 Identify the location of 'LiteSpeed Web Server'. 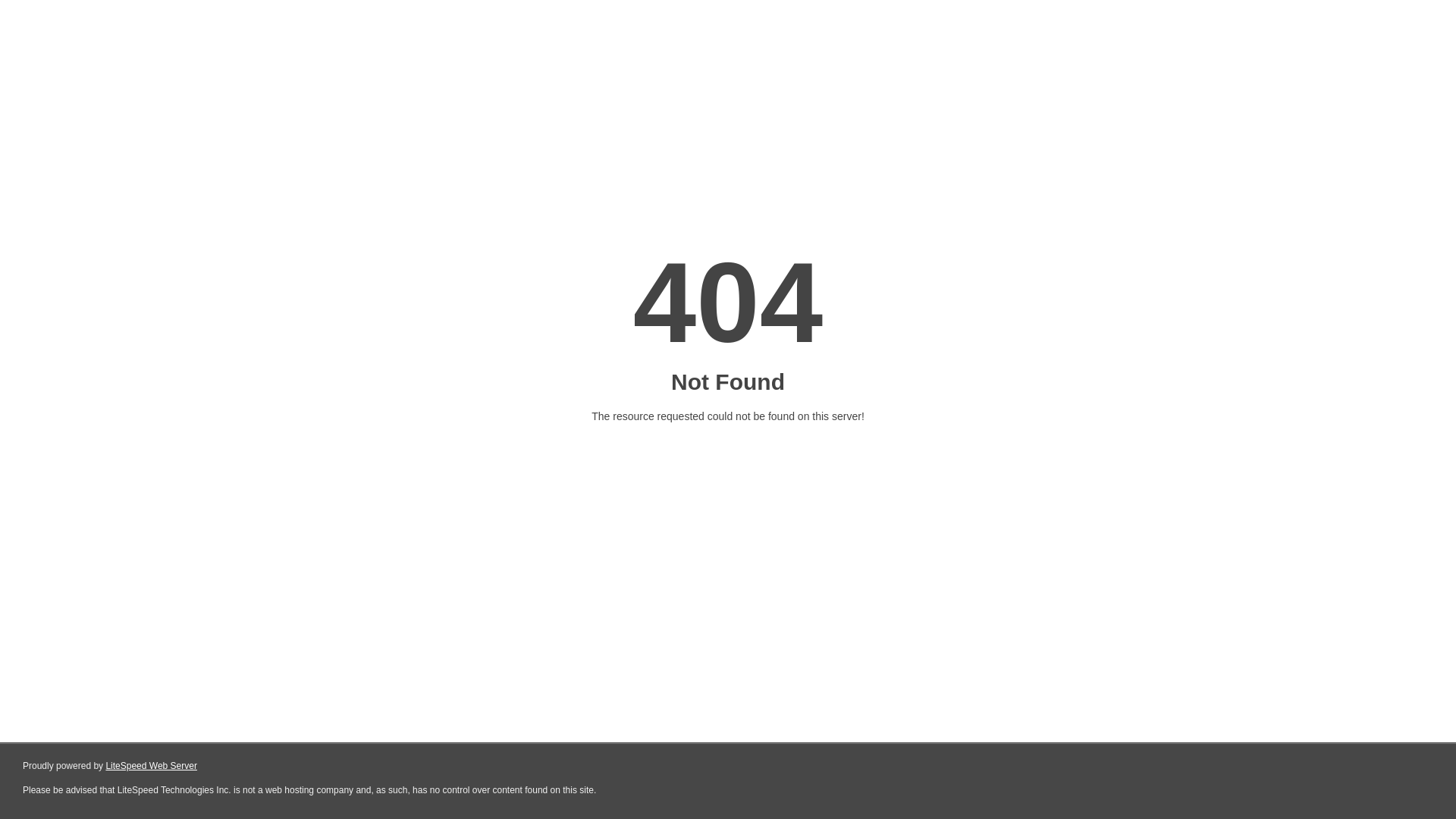
(151, 766).